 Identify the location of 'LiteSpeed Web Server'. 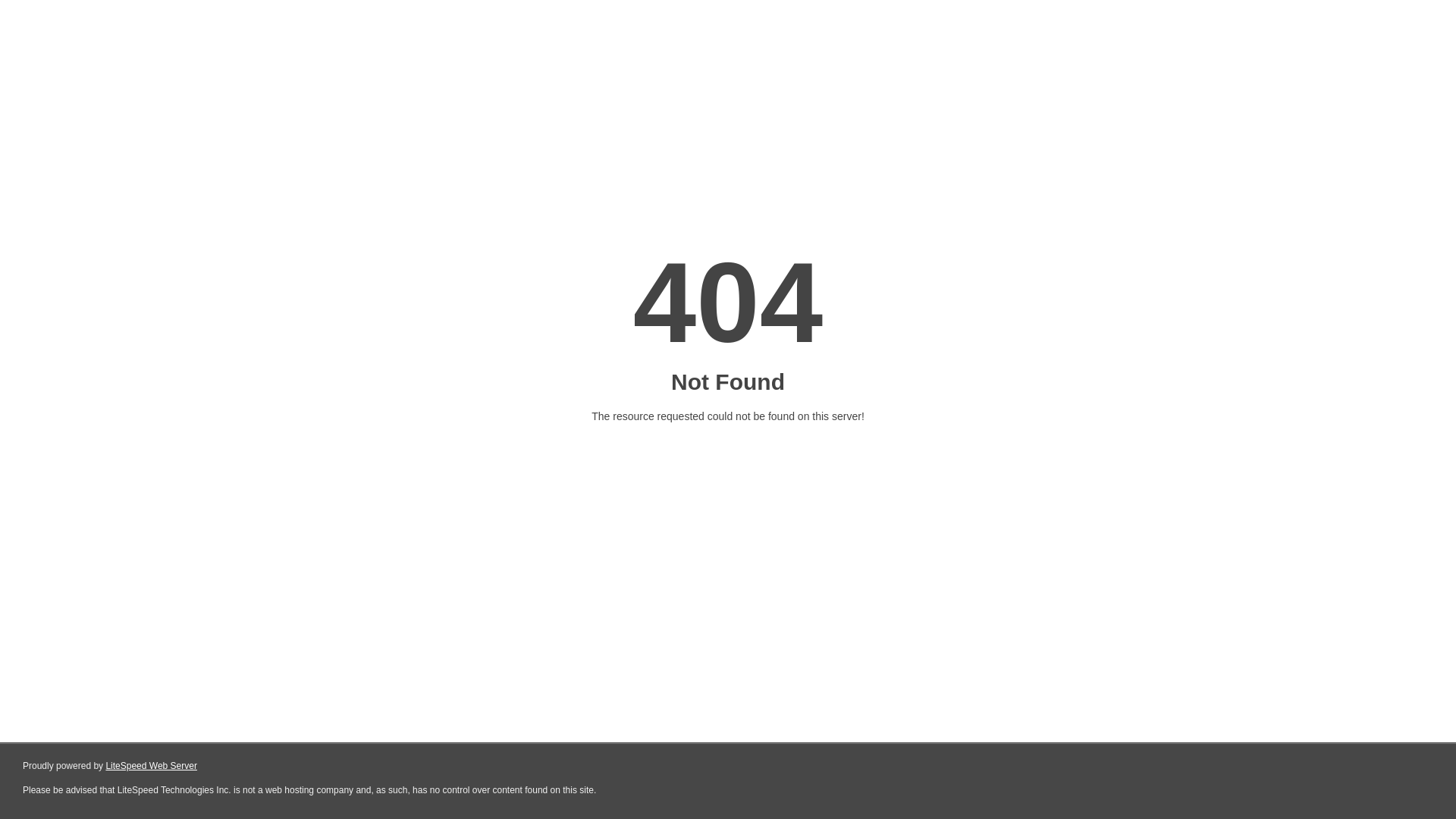
(151, 766).